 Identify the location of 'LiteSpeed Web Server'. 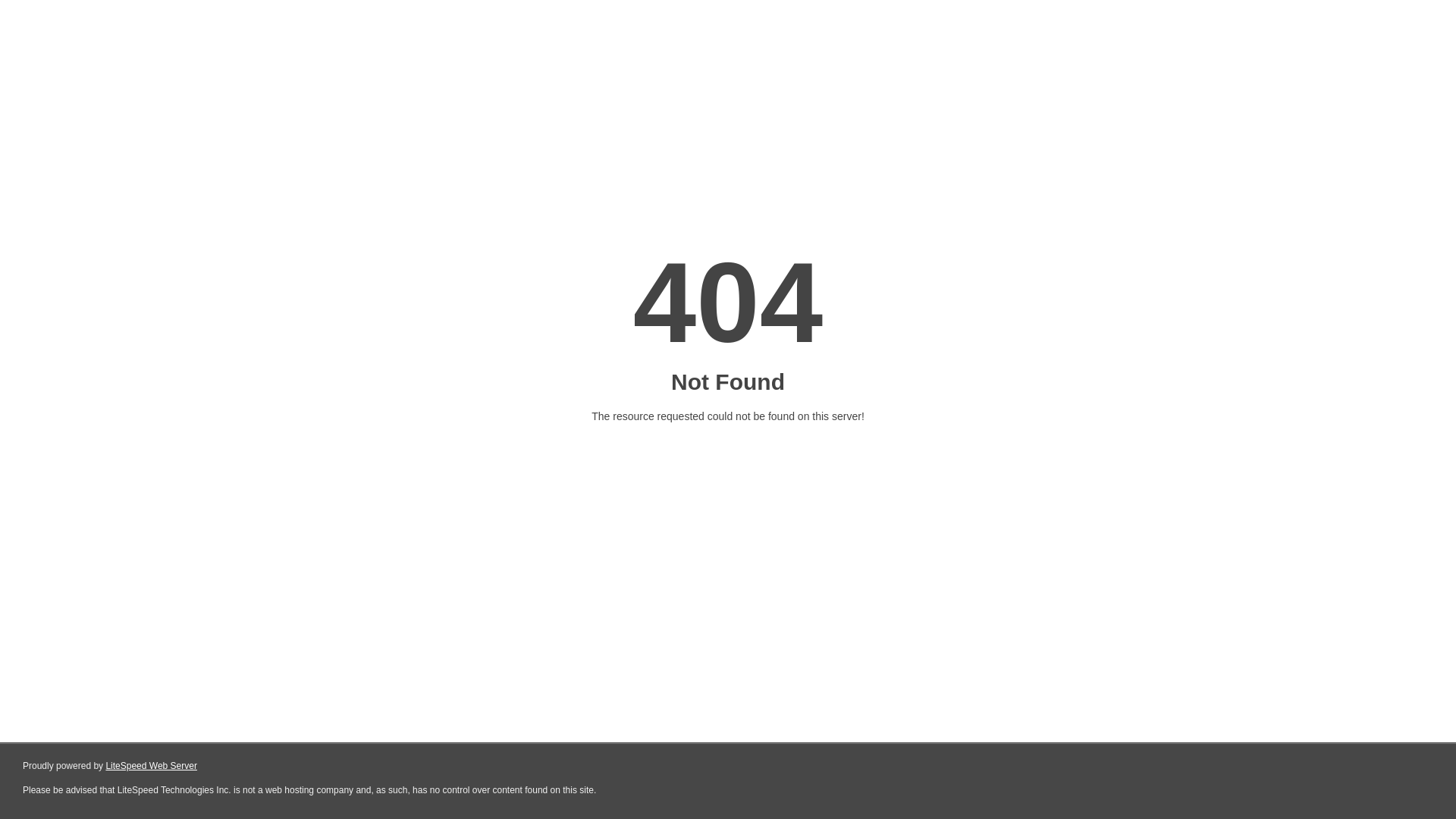
(151, 766).